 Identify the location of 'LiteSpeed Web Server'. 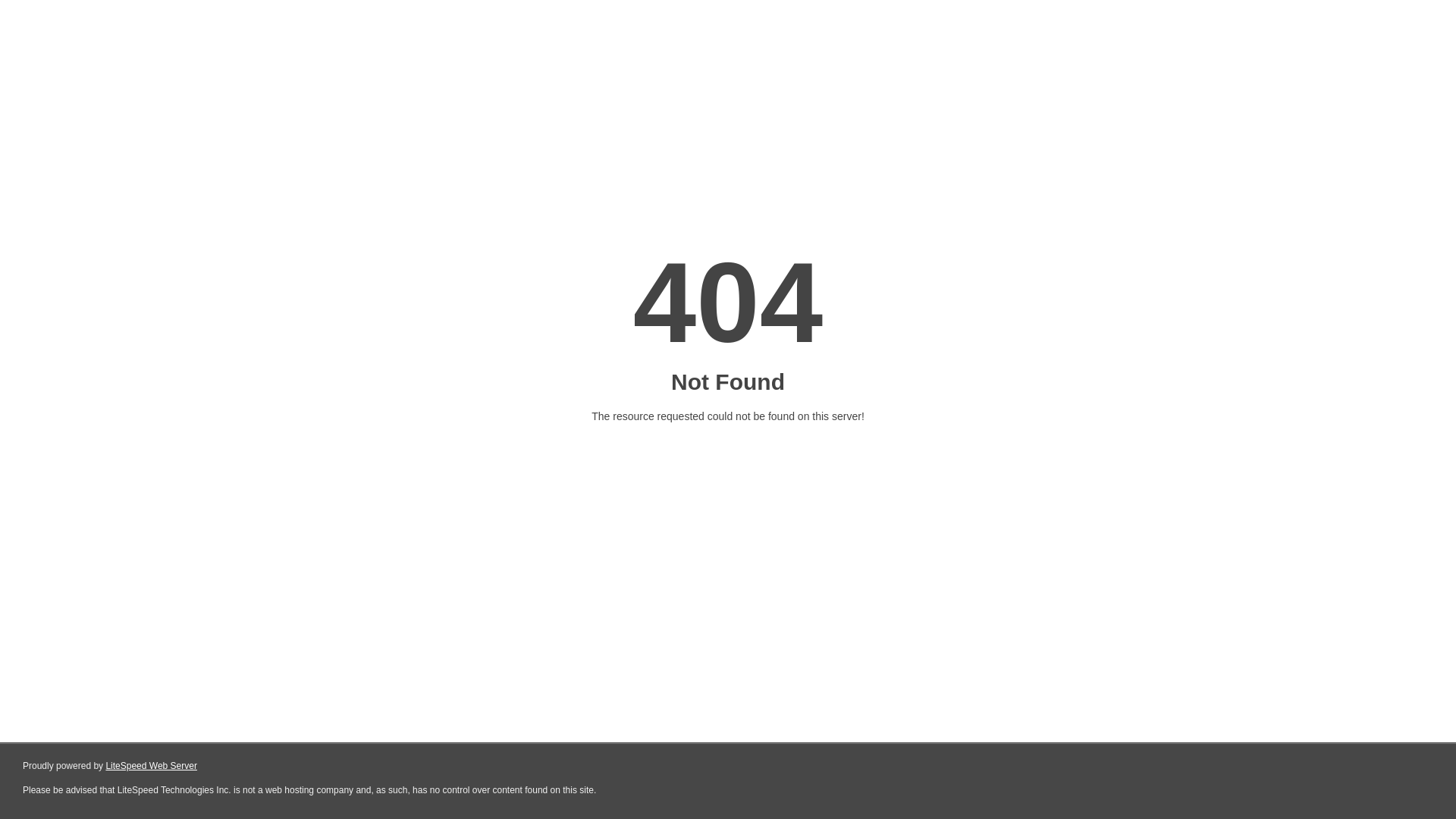
(151, 766).